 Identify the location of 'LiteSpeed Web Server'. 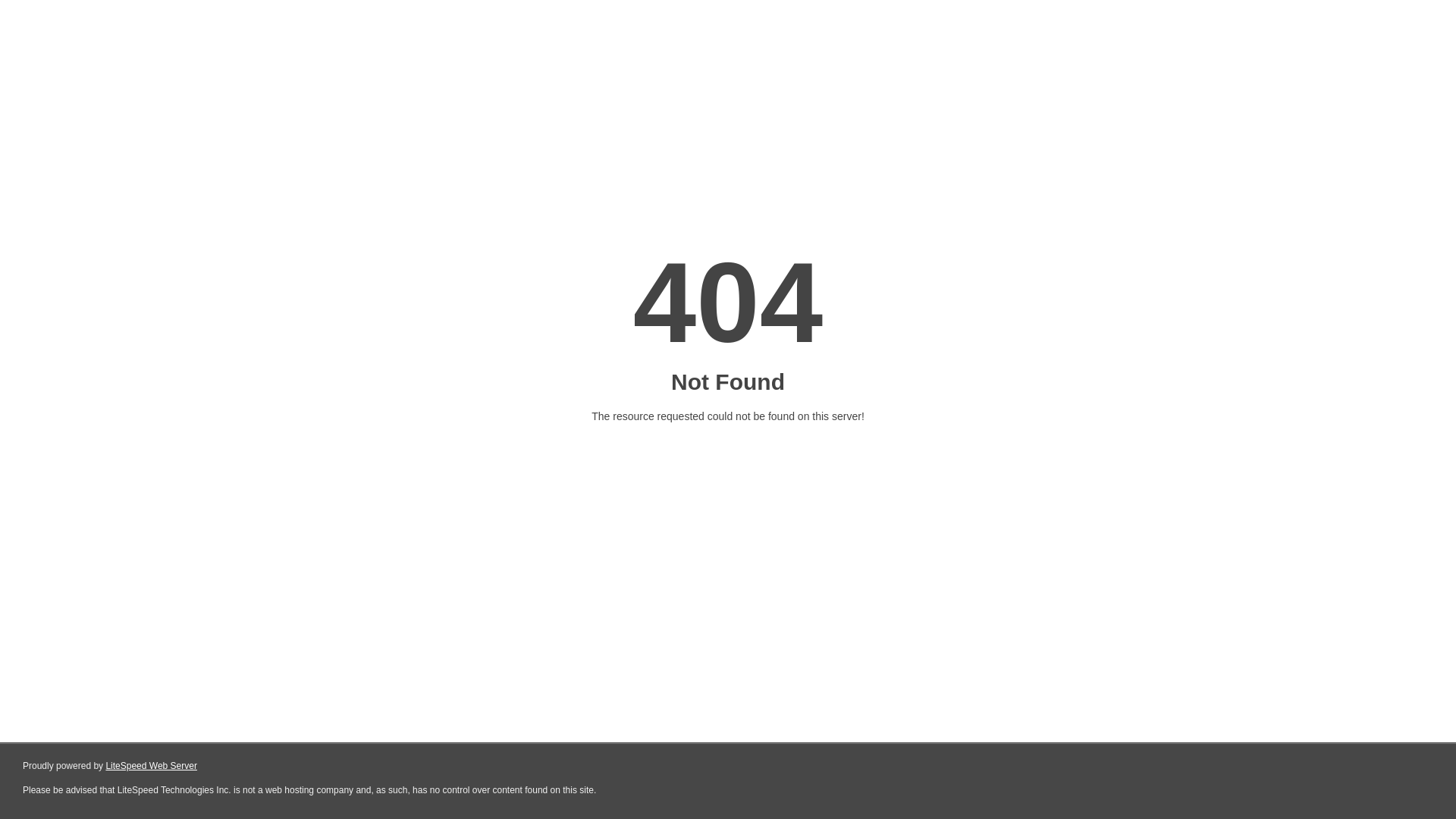
(151, 766).